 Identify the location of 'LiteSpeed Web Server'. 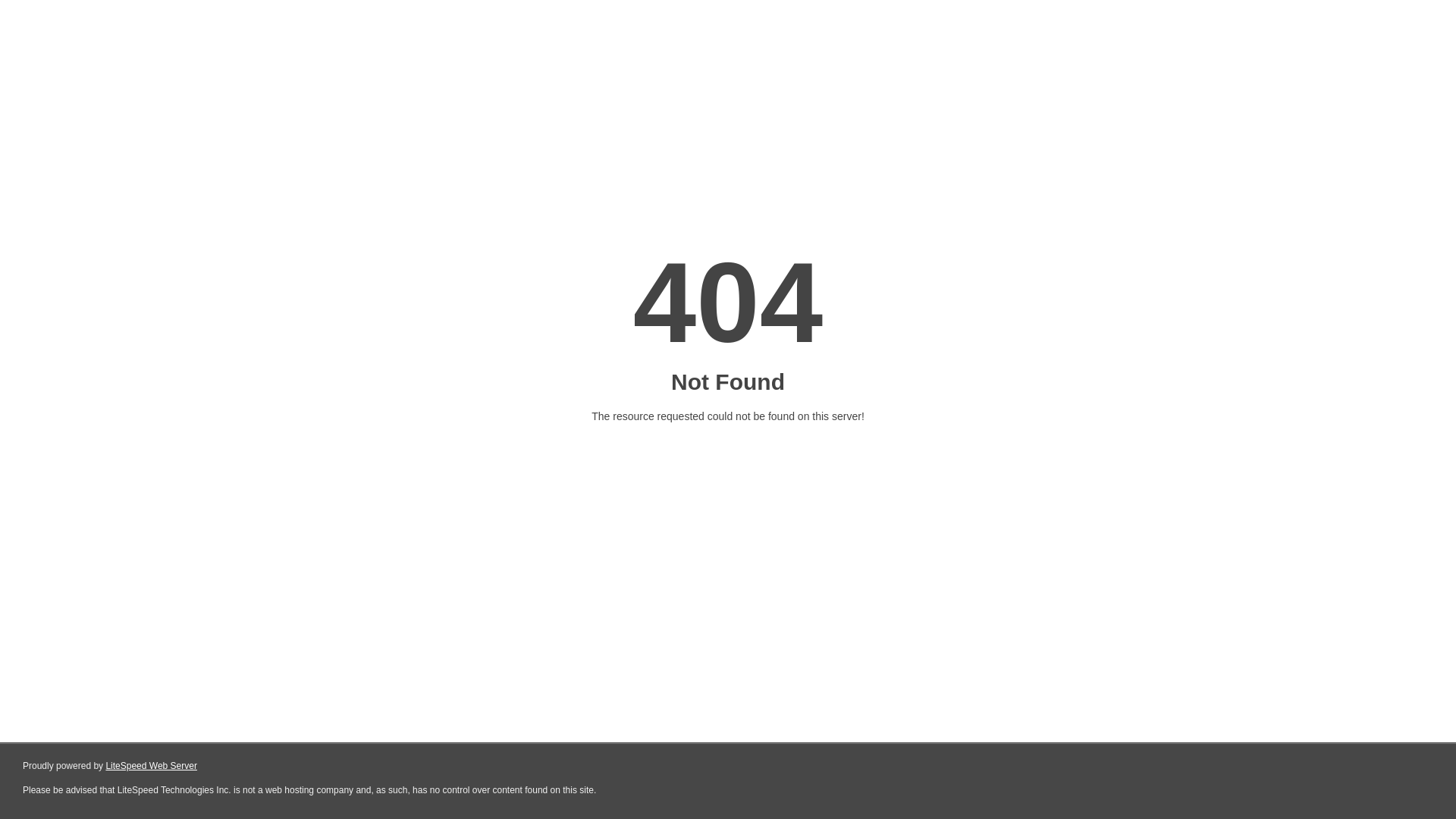
(151, 766).